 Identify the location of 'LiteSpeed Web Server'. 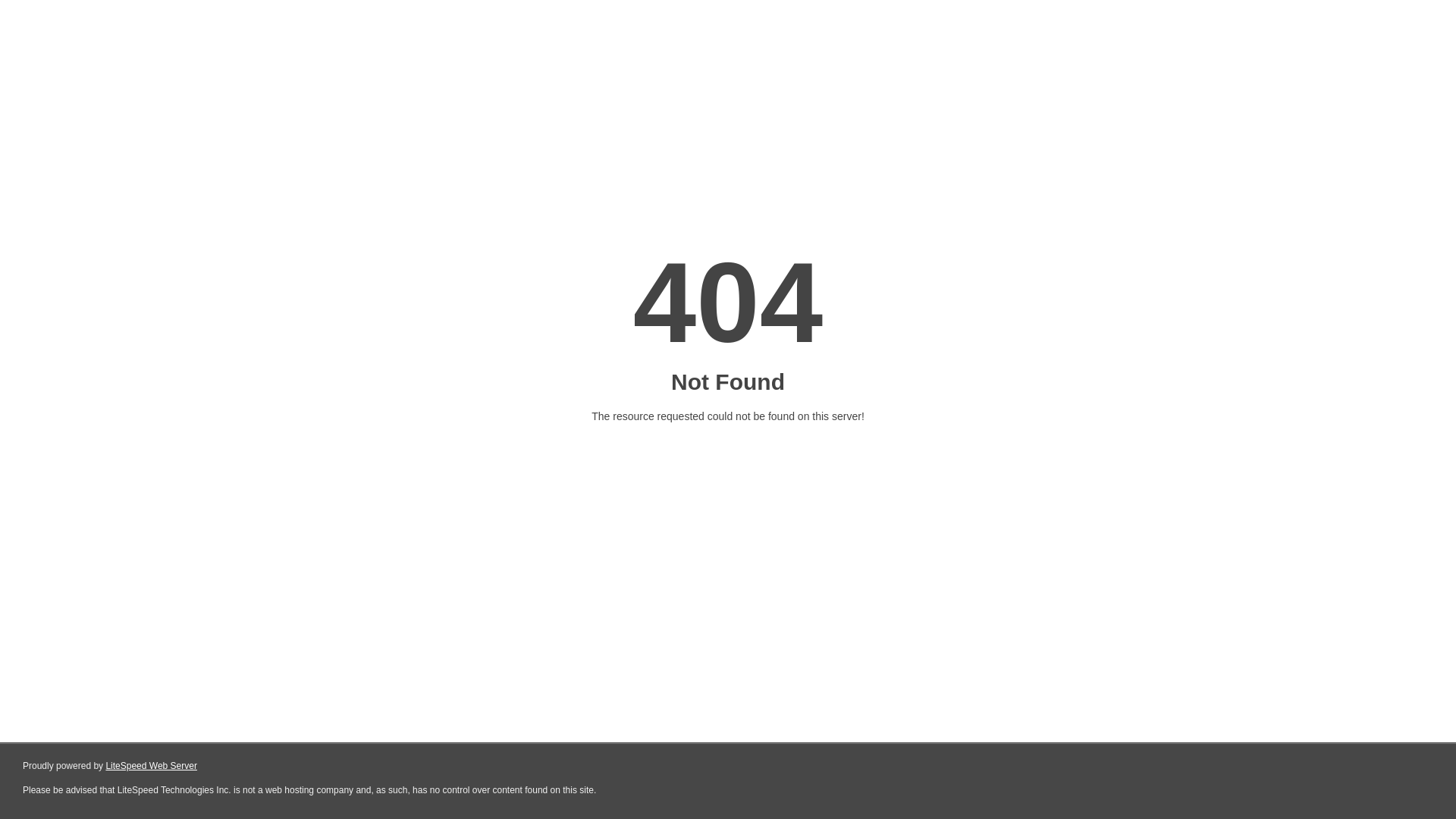
(151, 766).